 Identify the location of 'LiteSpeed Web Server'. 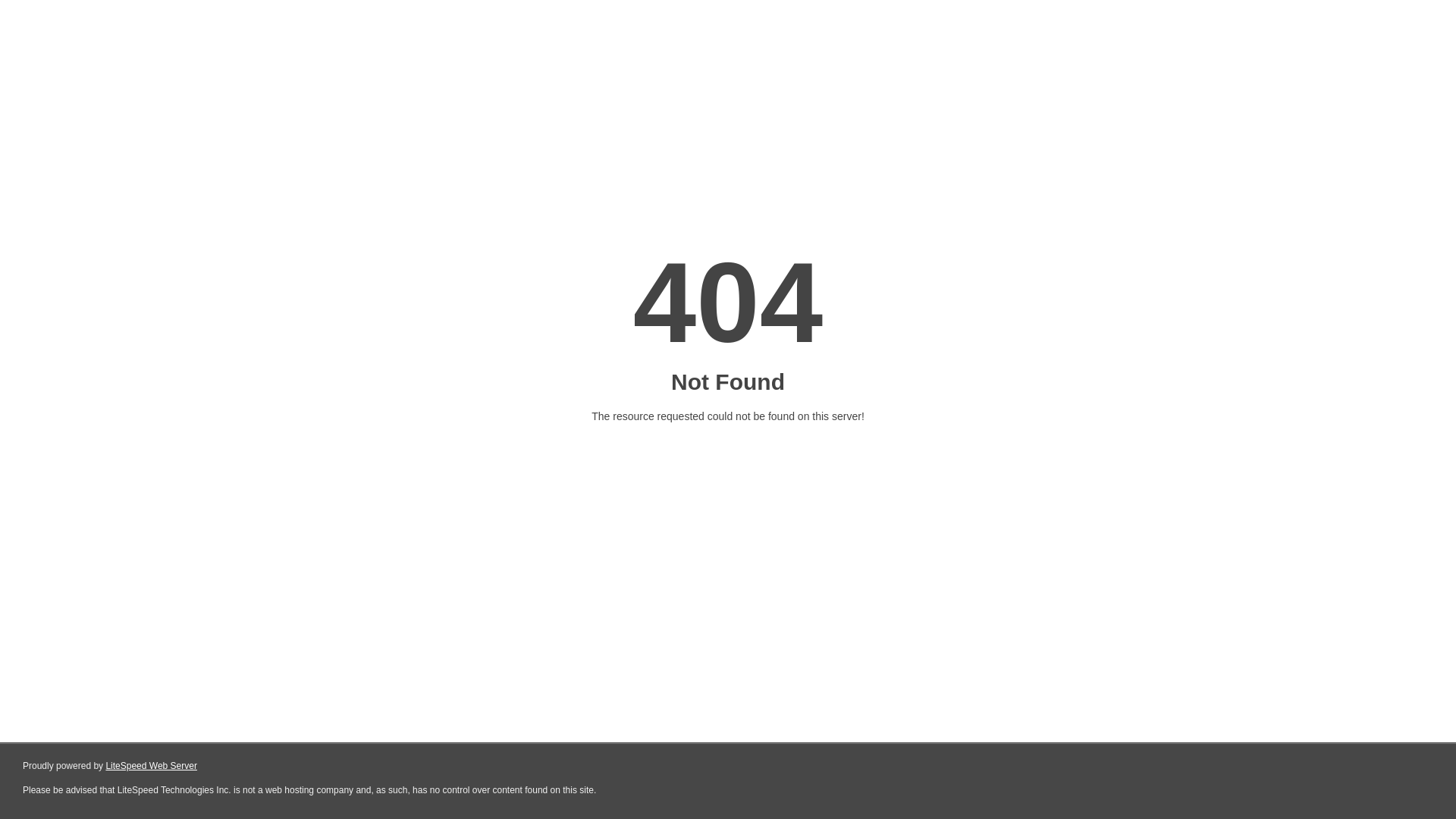
(151, 766).